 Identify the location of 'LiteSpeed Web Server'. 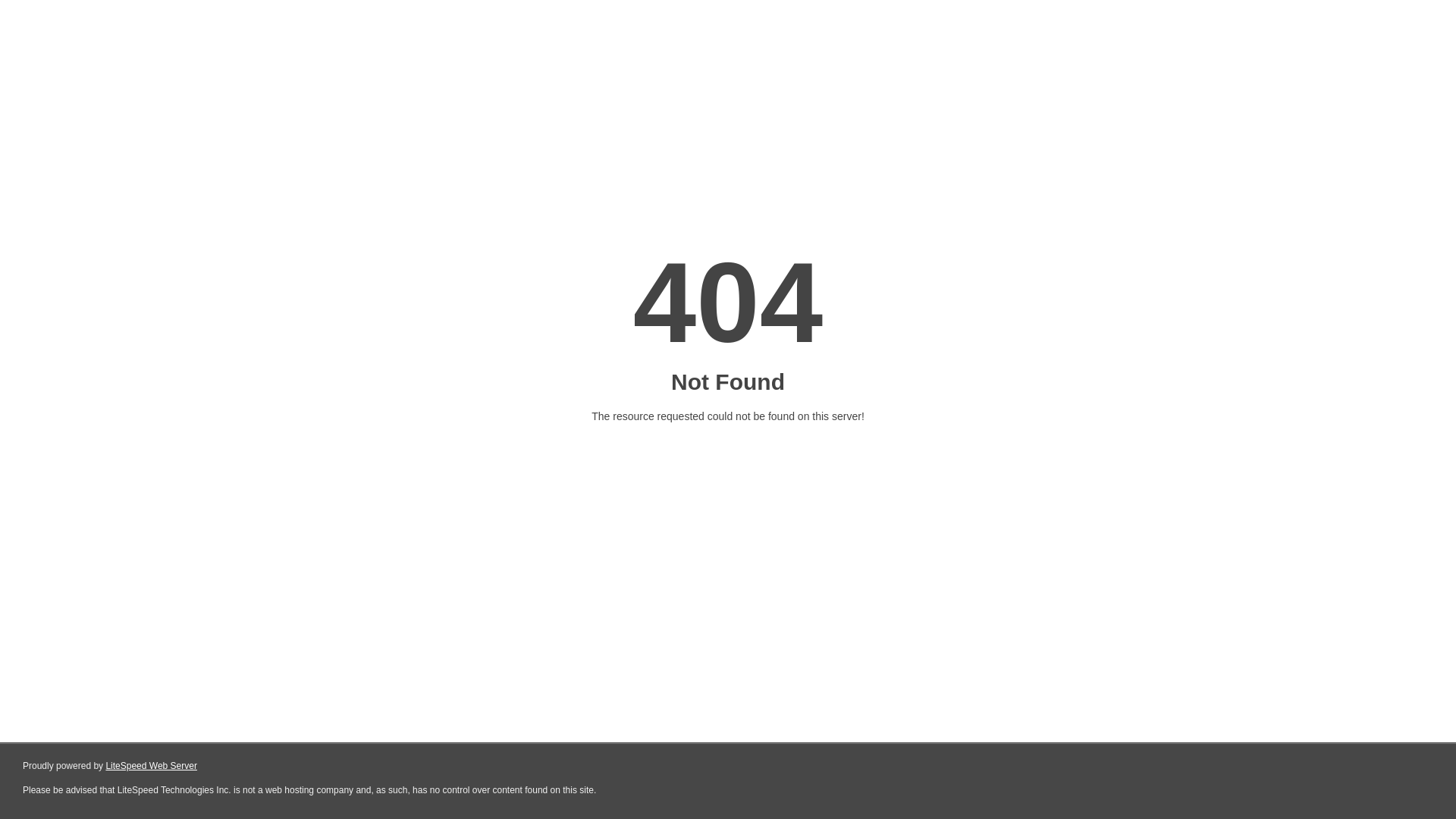
(151, 766).